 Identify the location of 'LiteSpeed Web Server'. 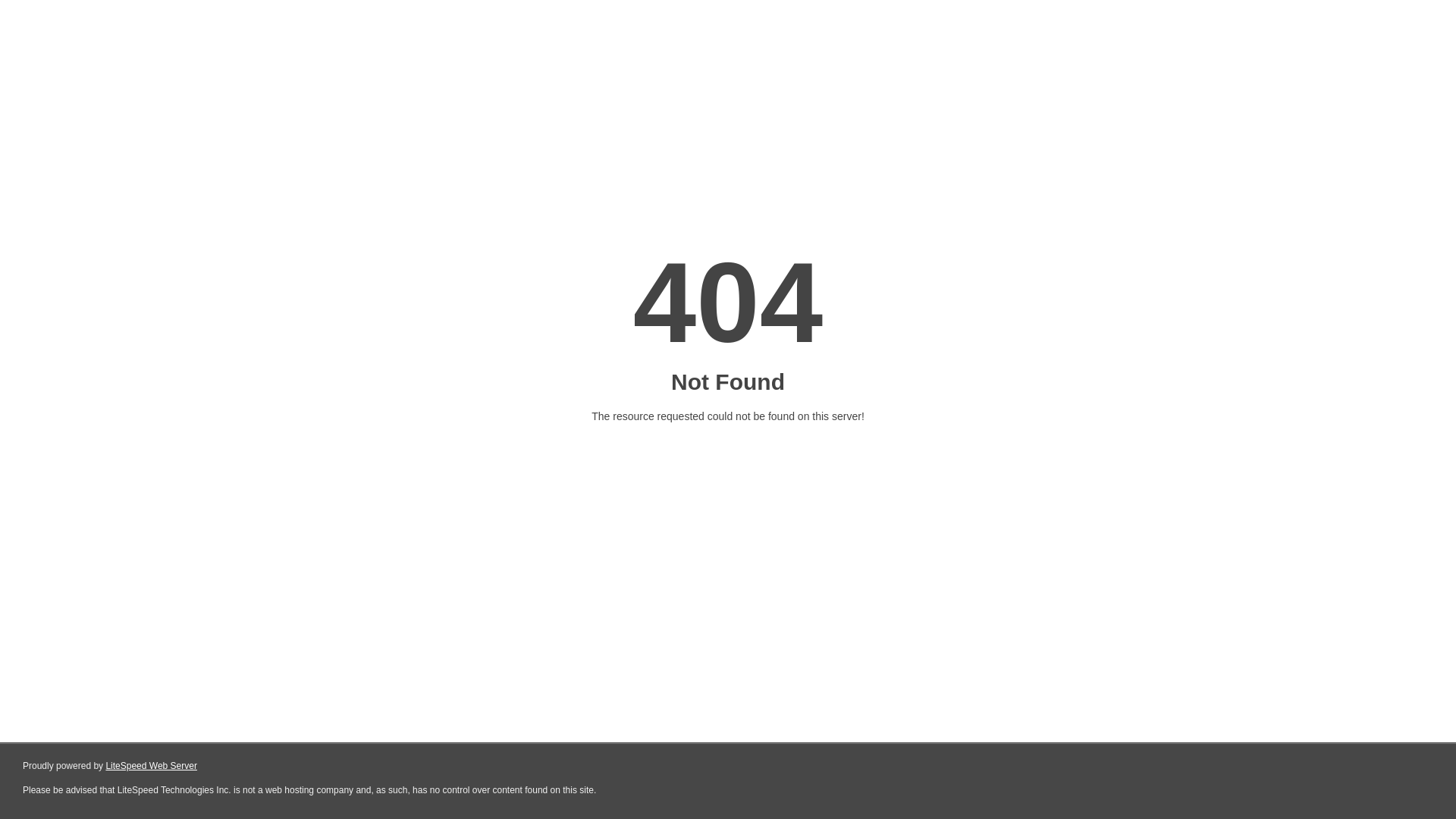
(151, 766).